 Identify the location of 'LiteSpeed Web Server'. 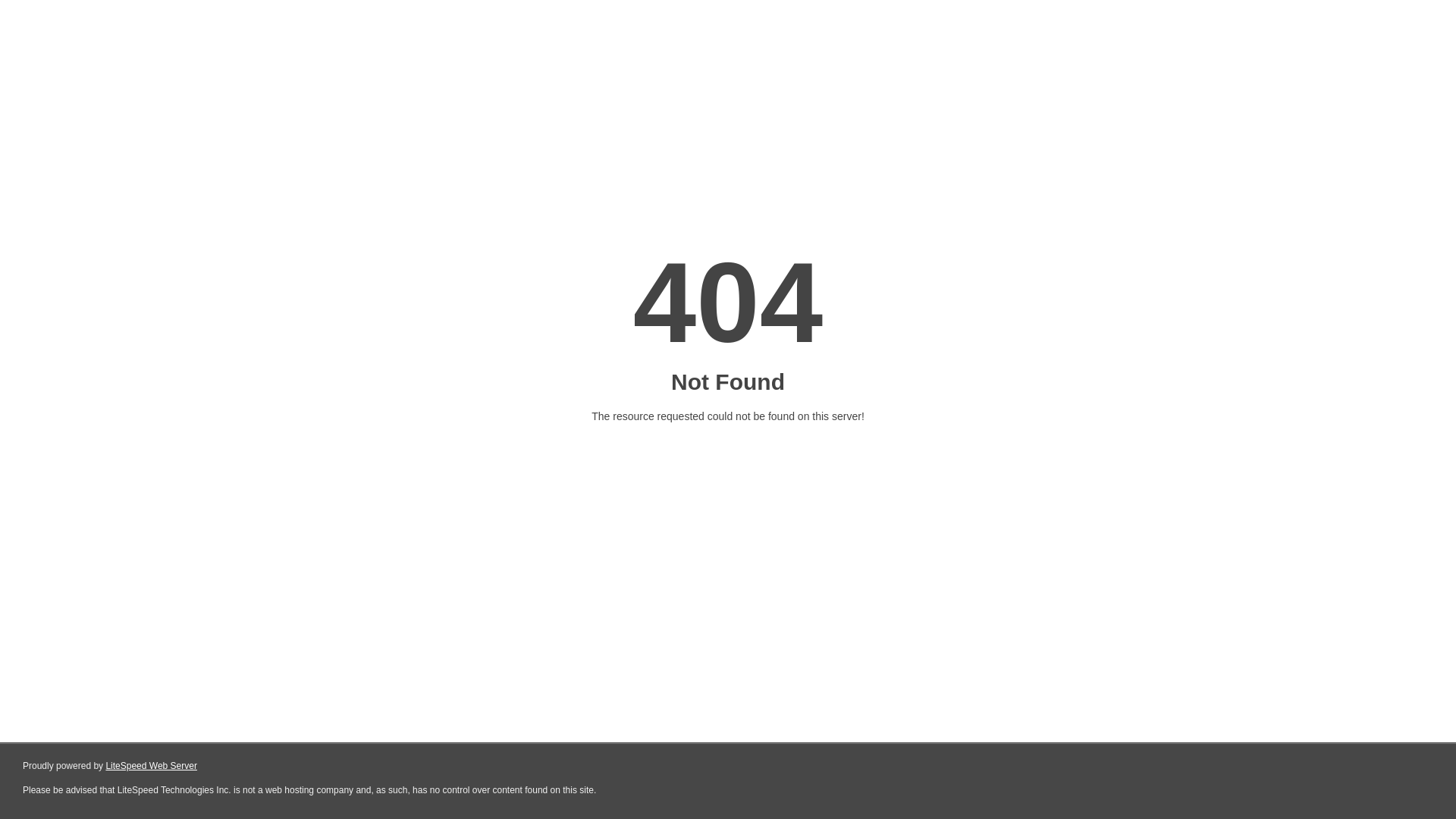
(151, 766).